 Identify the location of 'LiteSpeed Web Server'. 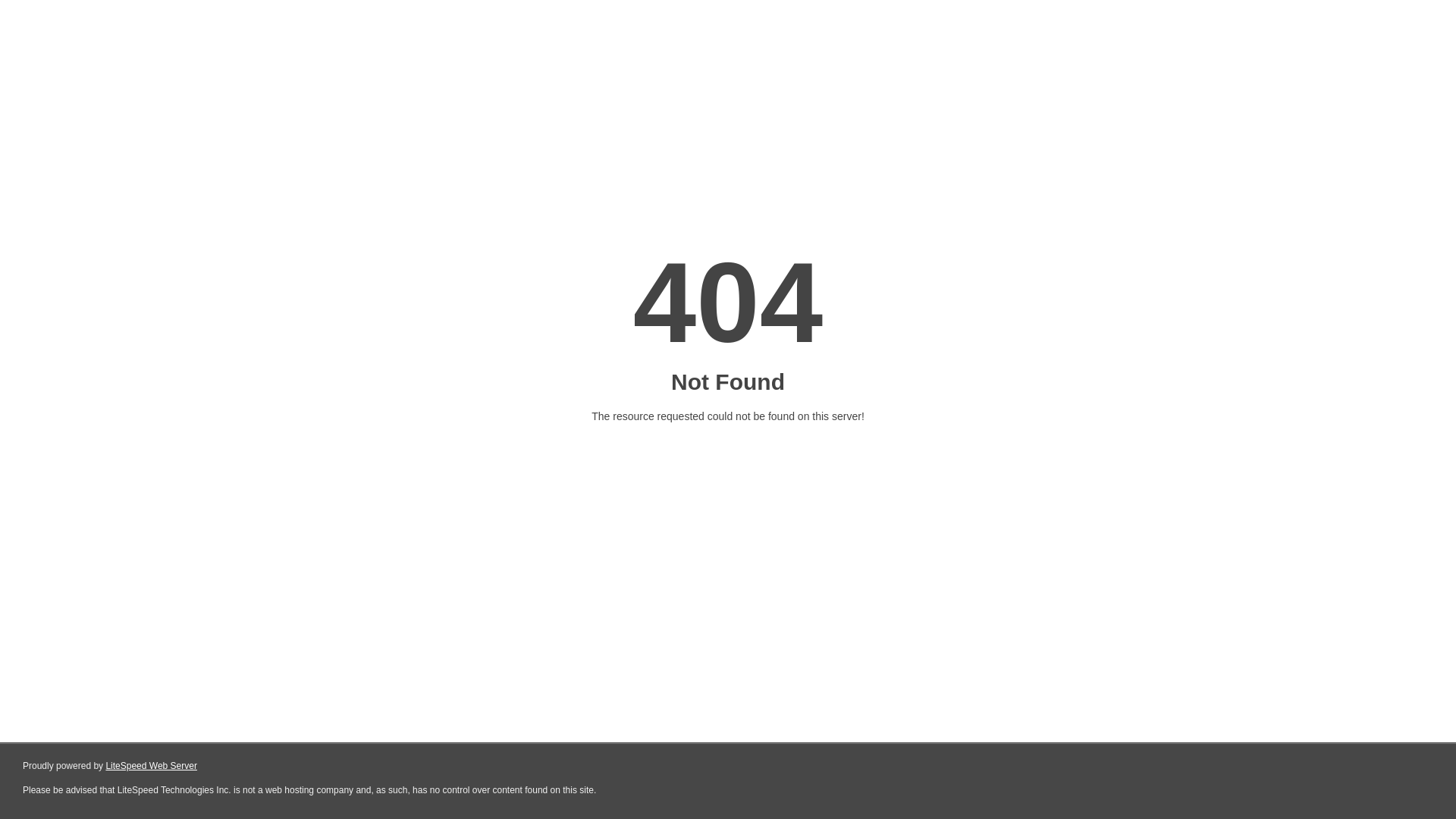
(151, 766).